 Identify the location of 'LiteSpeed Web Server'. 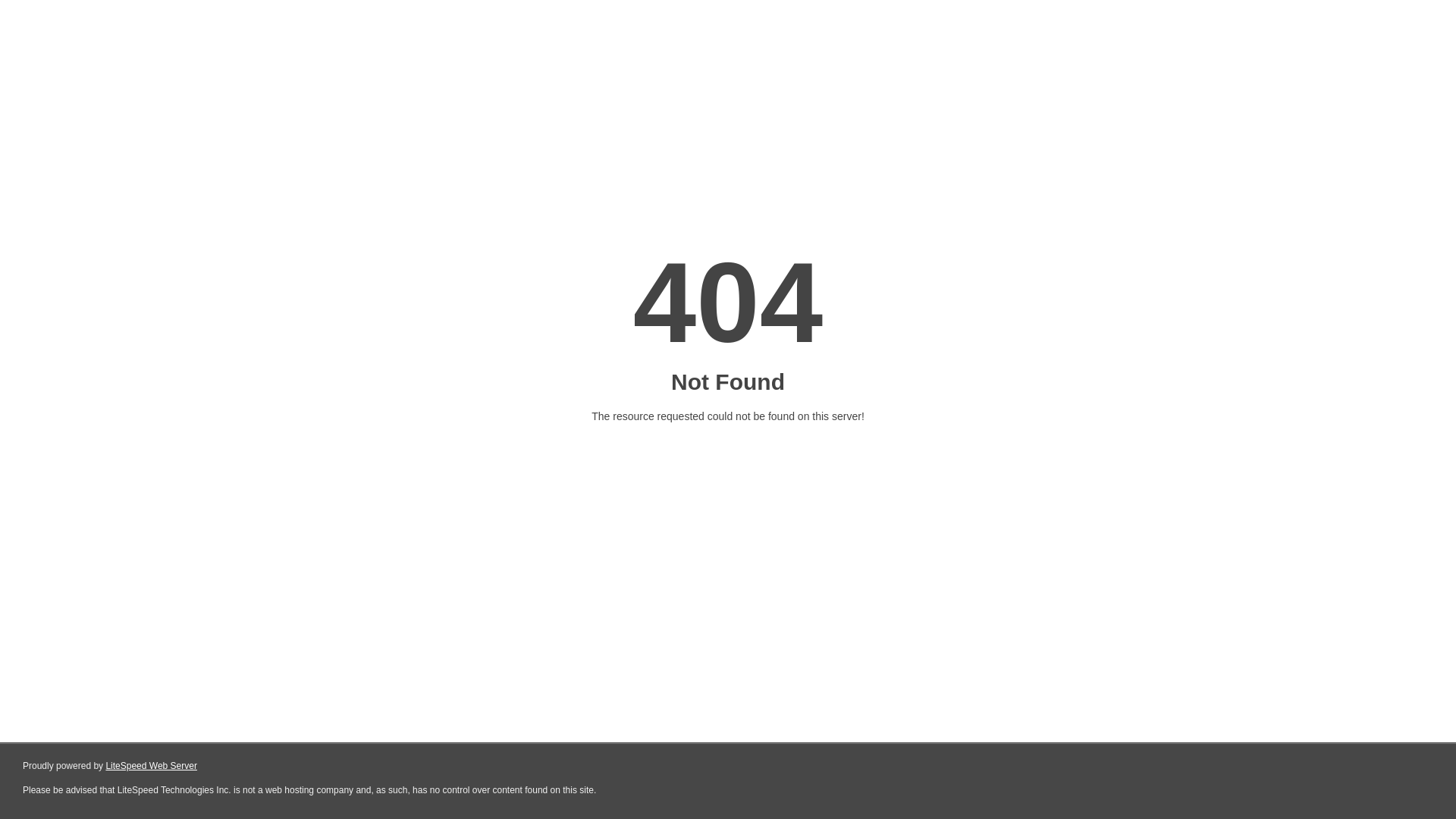
(151, 766).